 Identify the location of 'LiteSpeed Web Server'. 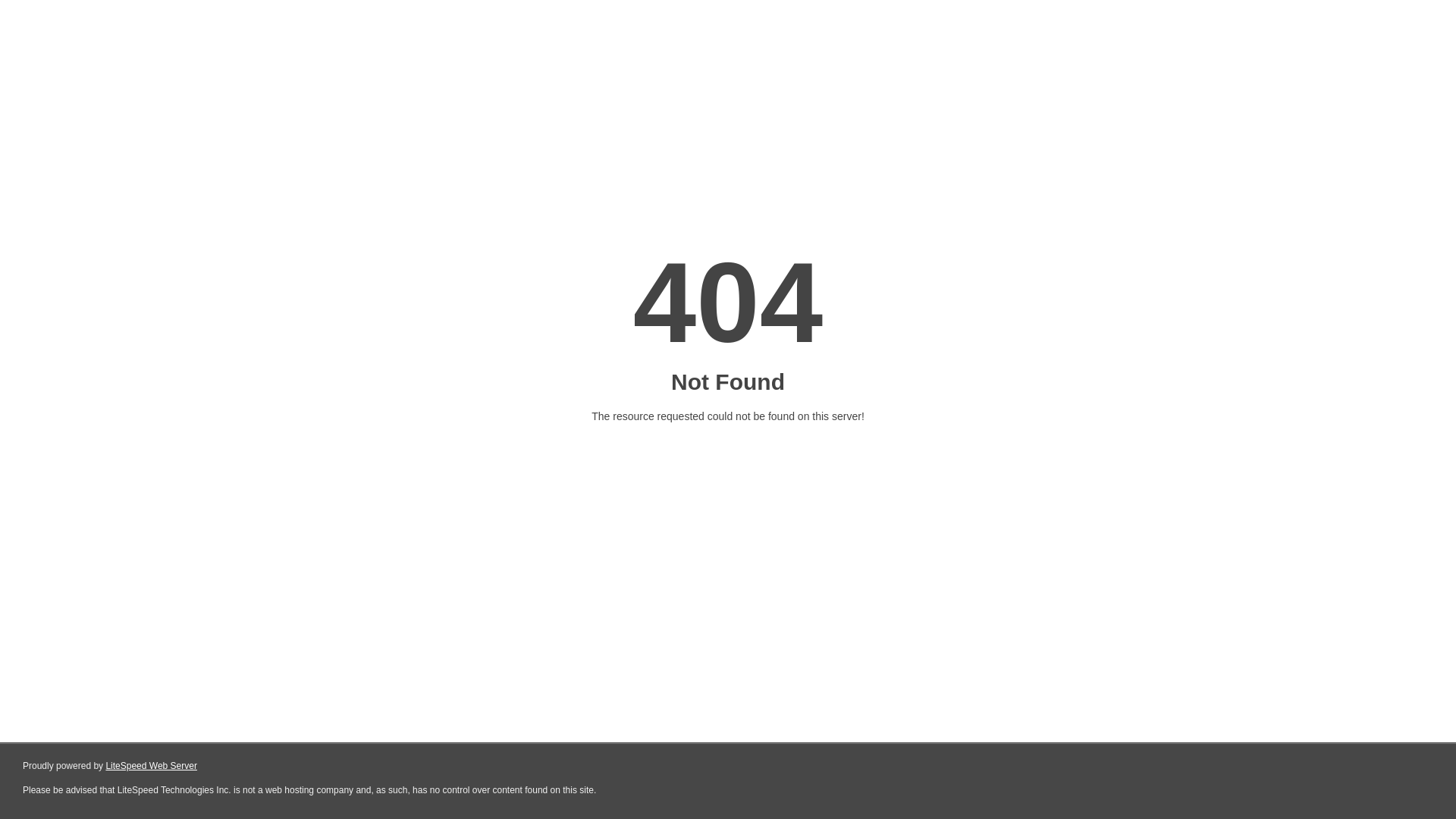
(151, 766).